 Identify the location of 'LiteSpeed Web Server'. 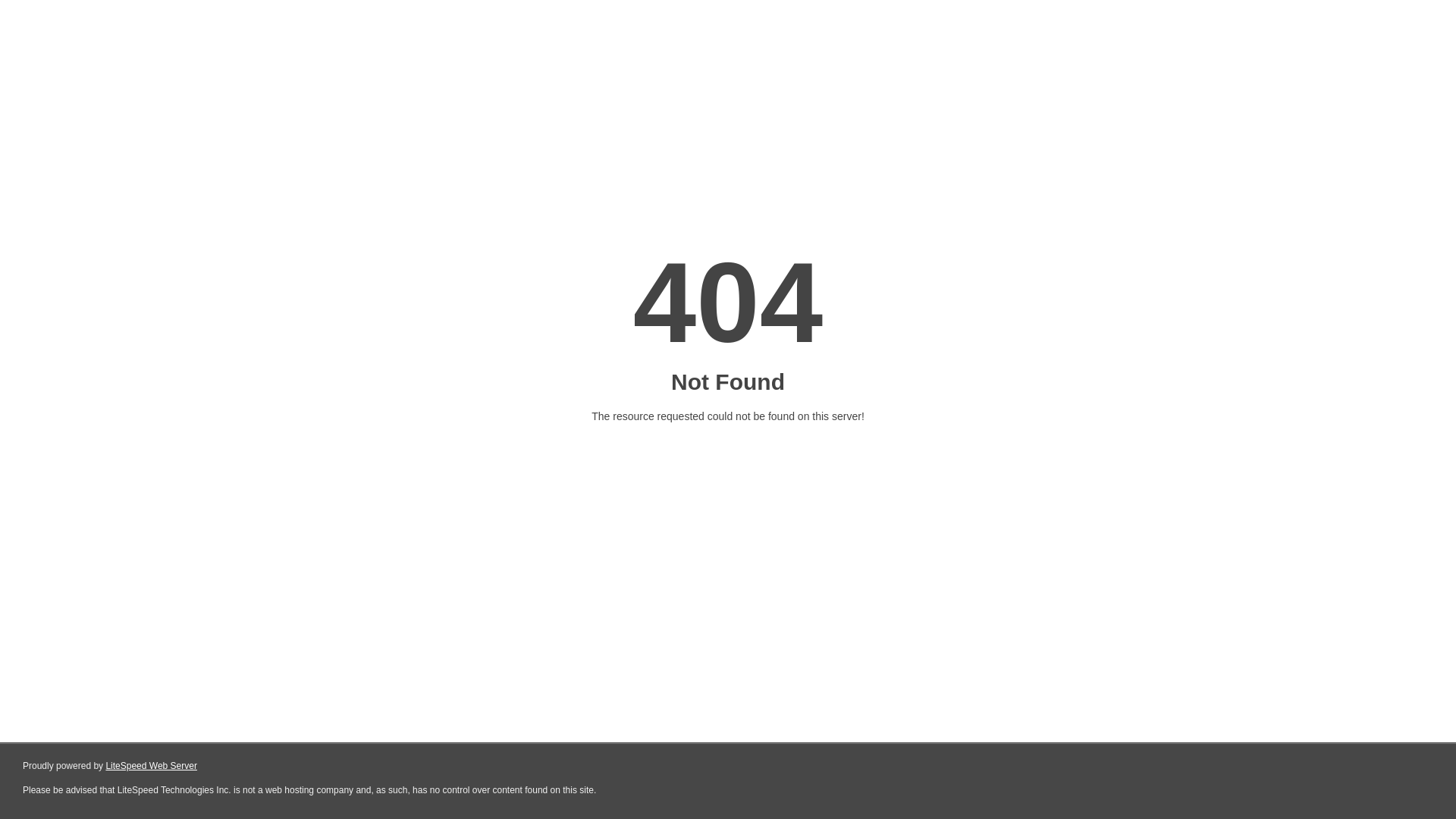
(151, 766).